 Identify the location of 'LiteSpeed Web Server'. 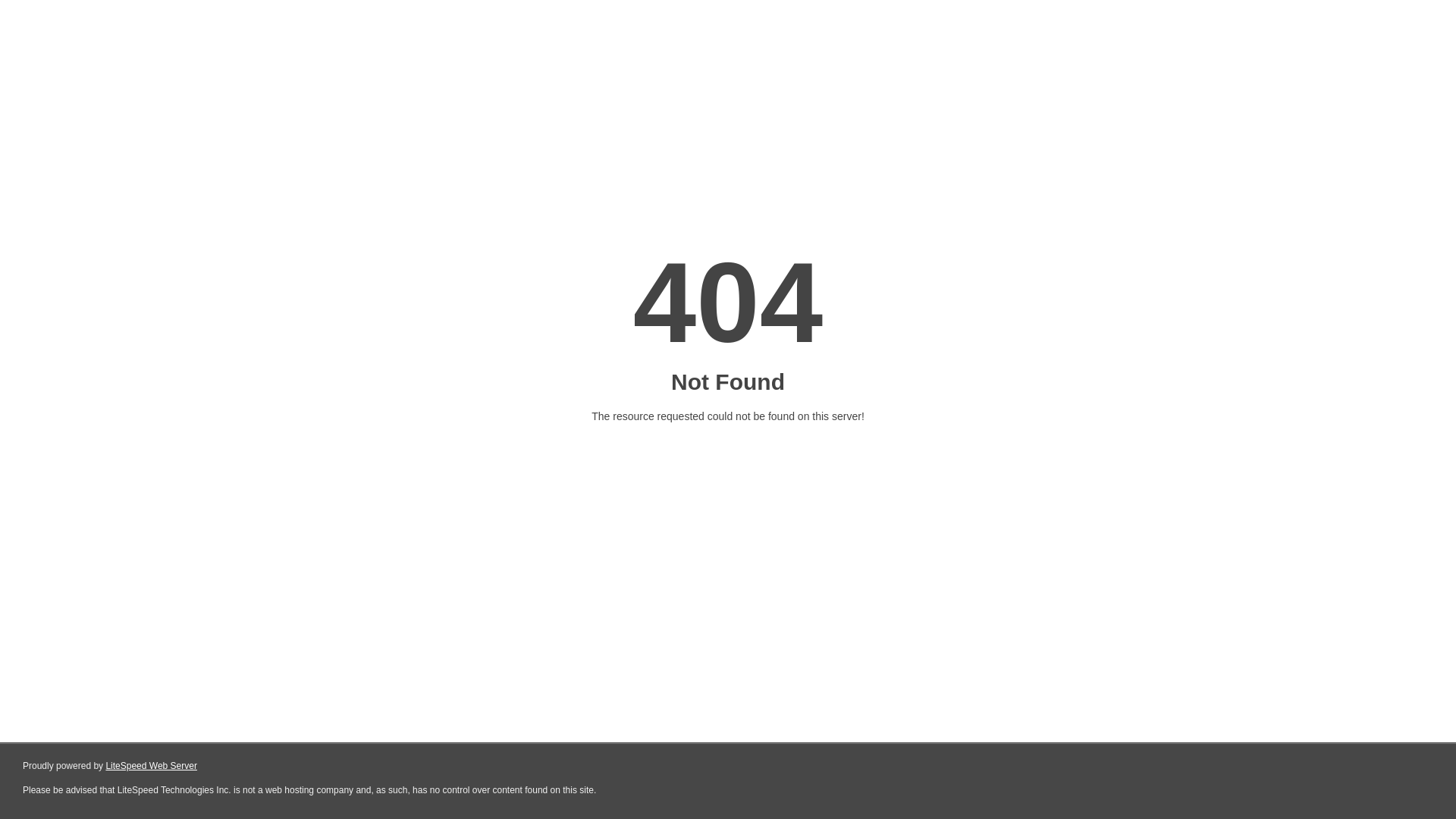
(151, 766).